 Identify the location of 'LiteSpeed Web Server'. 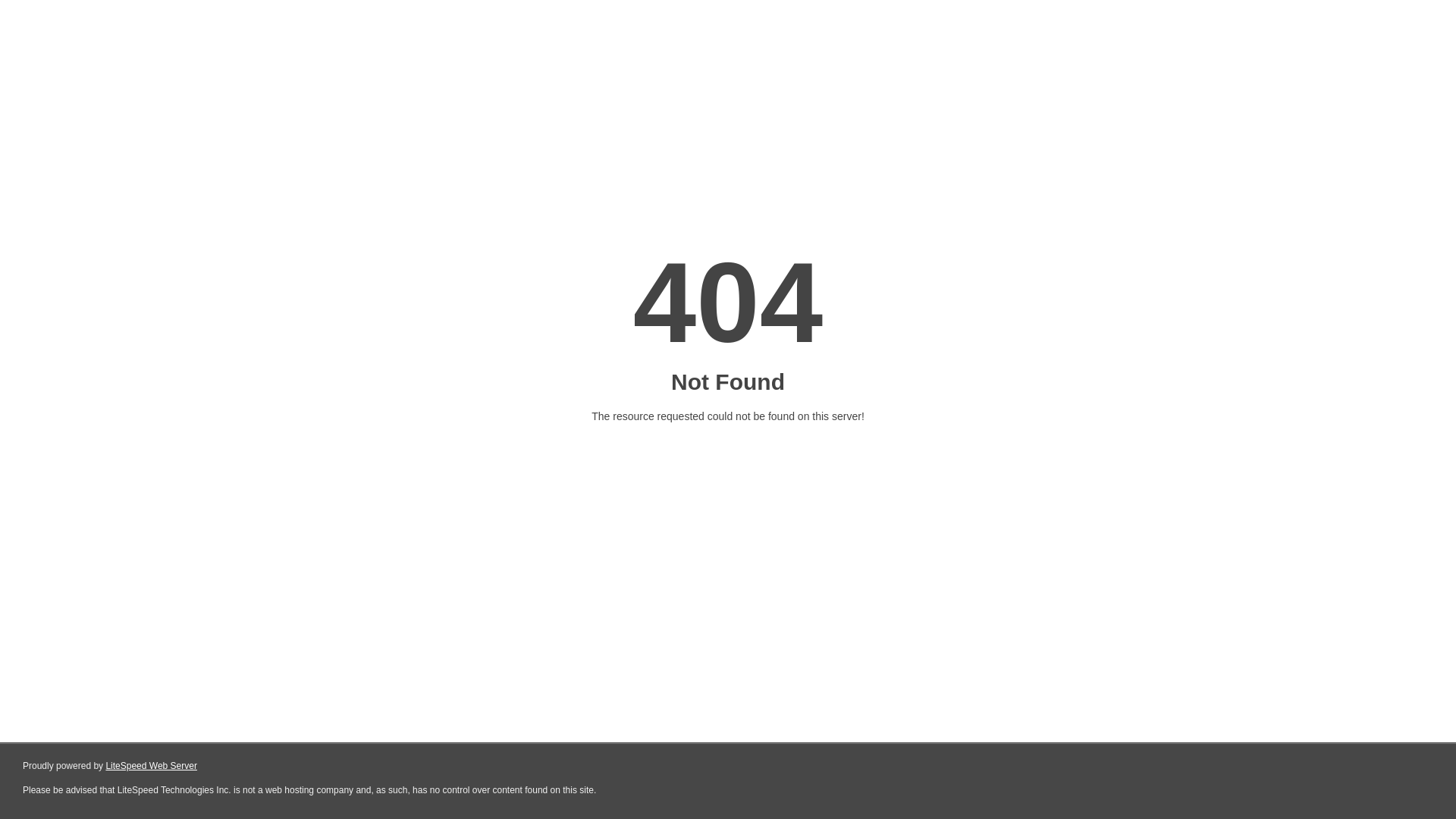
(151, 766).